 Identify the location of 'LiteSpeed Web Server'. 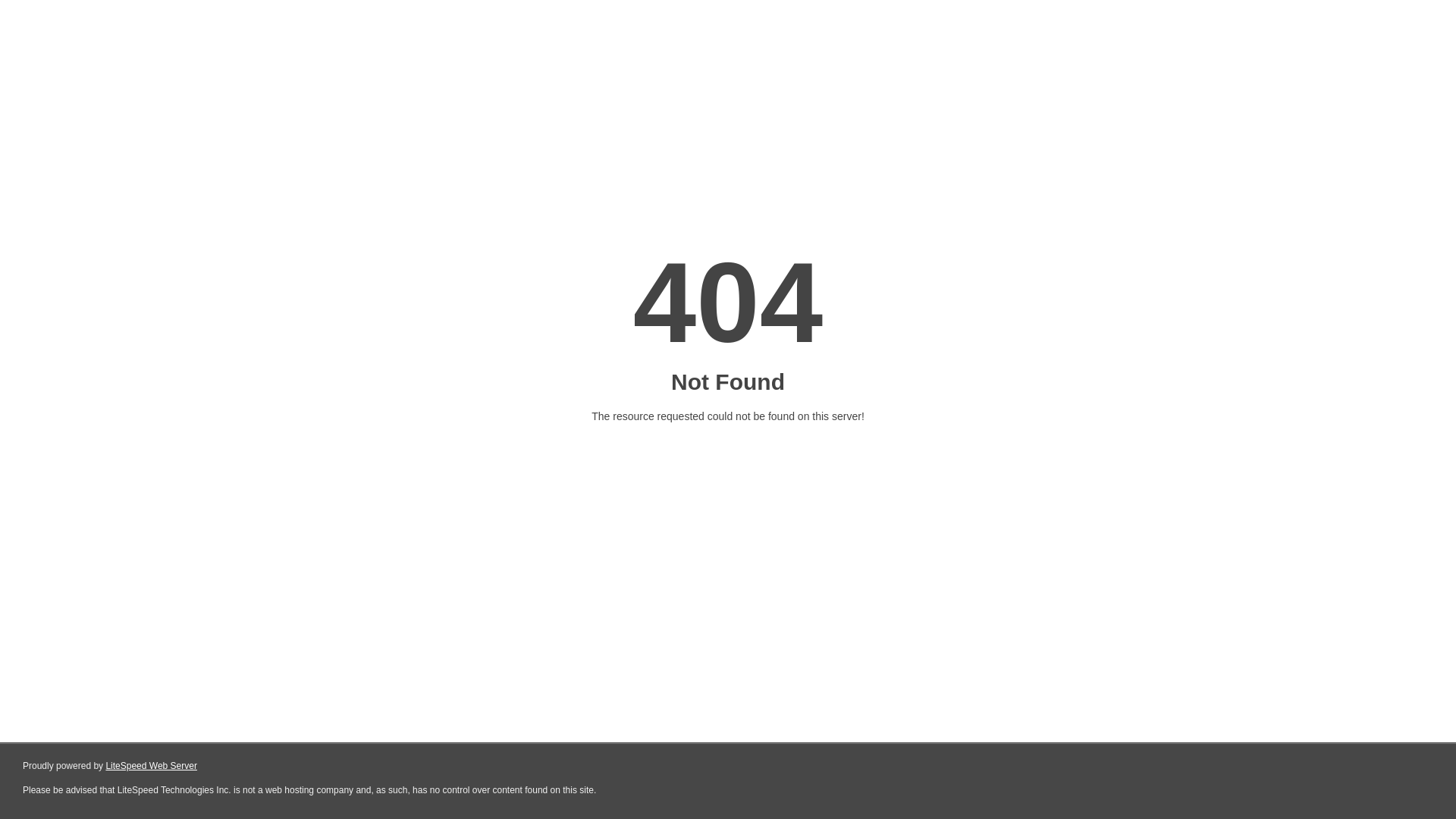
(151, 766).